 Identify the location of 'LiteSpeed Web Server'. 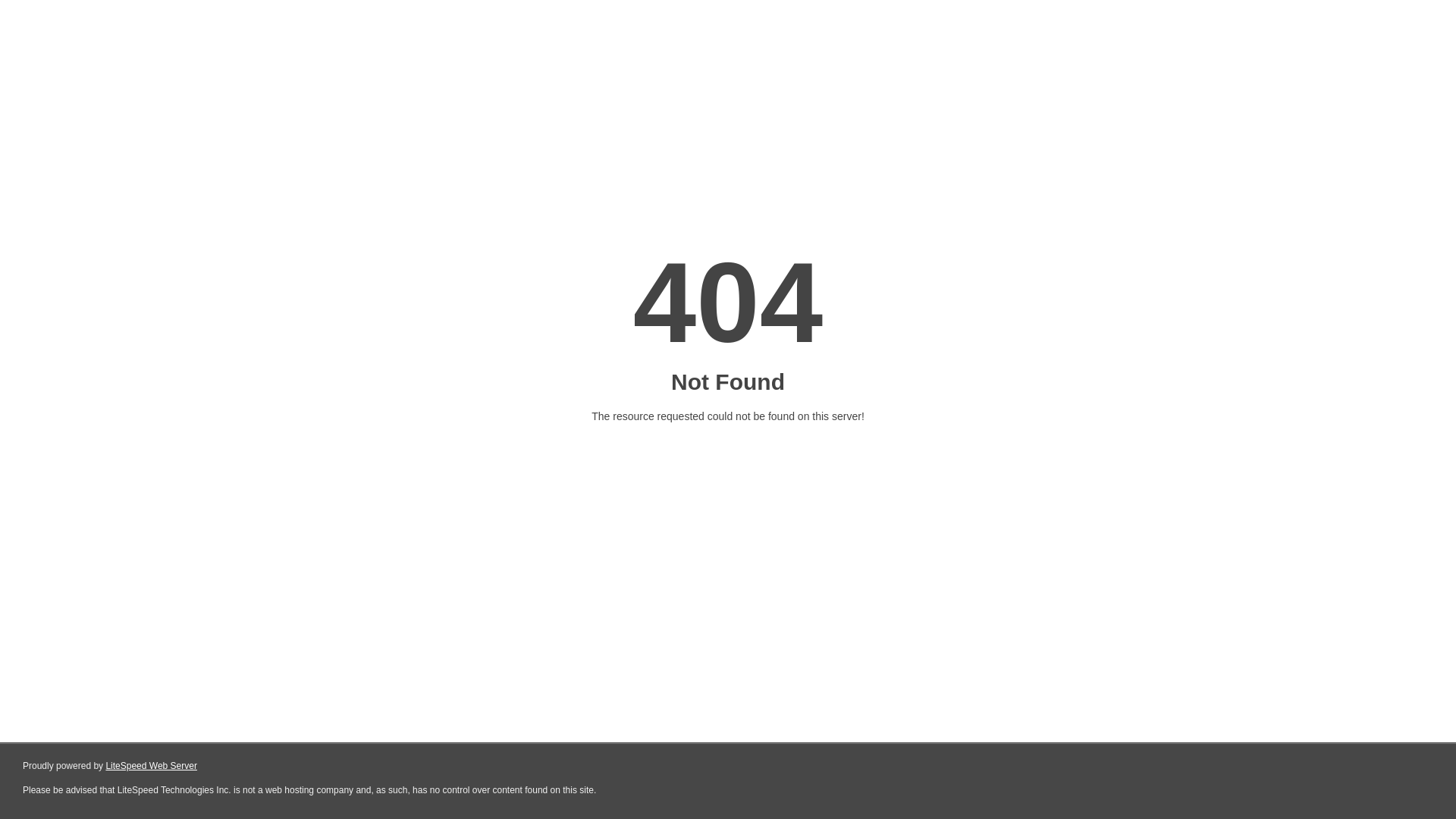
(151, 766).